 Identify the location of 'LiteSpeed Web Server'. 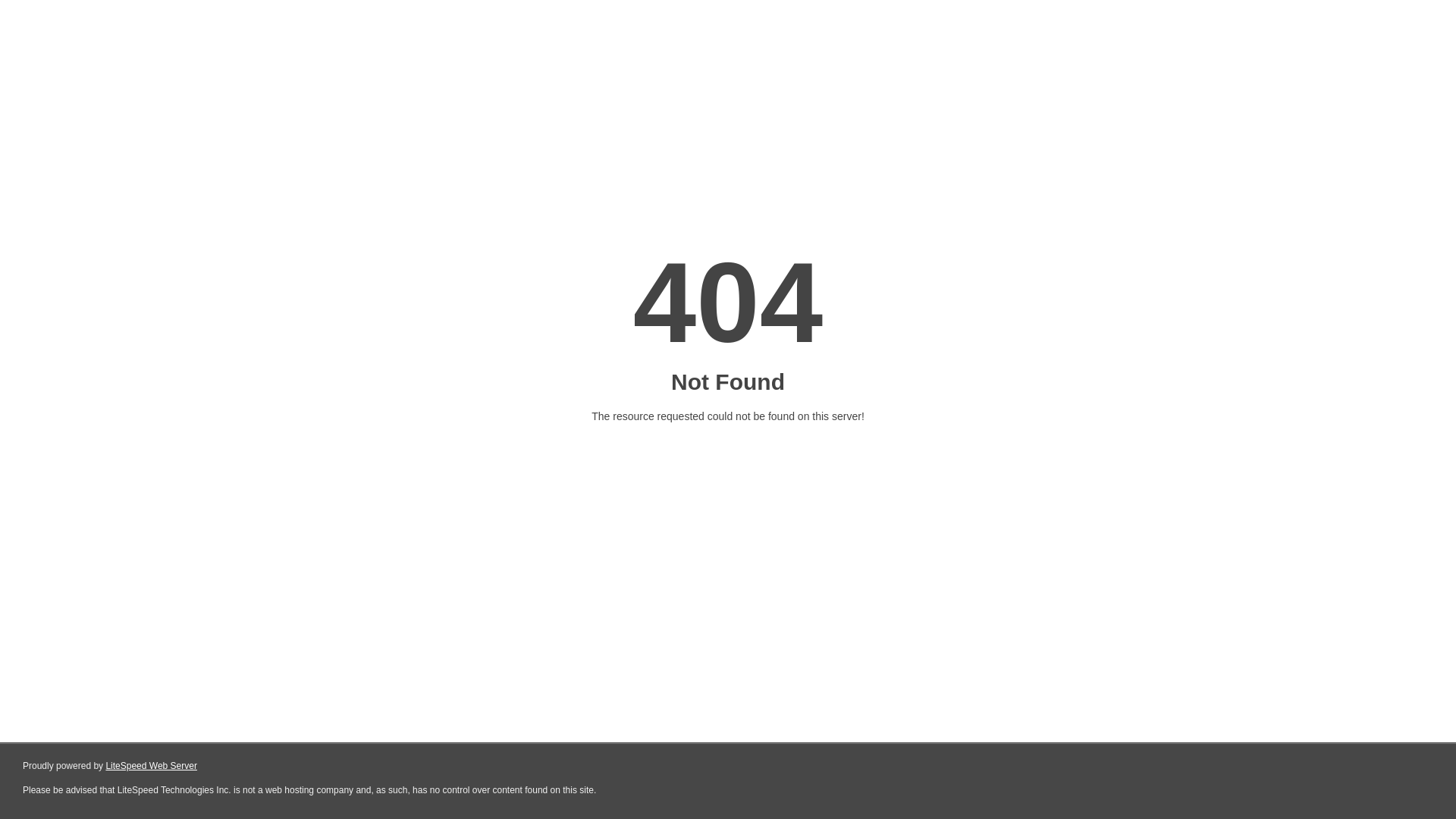
(151, 766).